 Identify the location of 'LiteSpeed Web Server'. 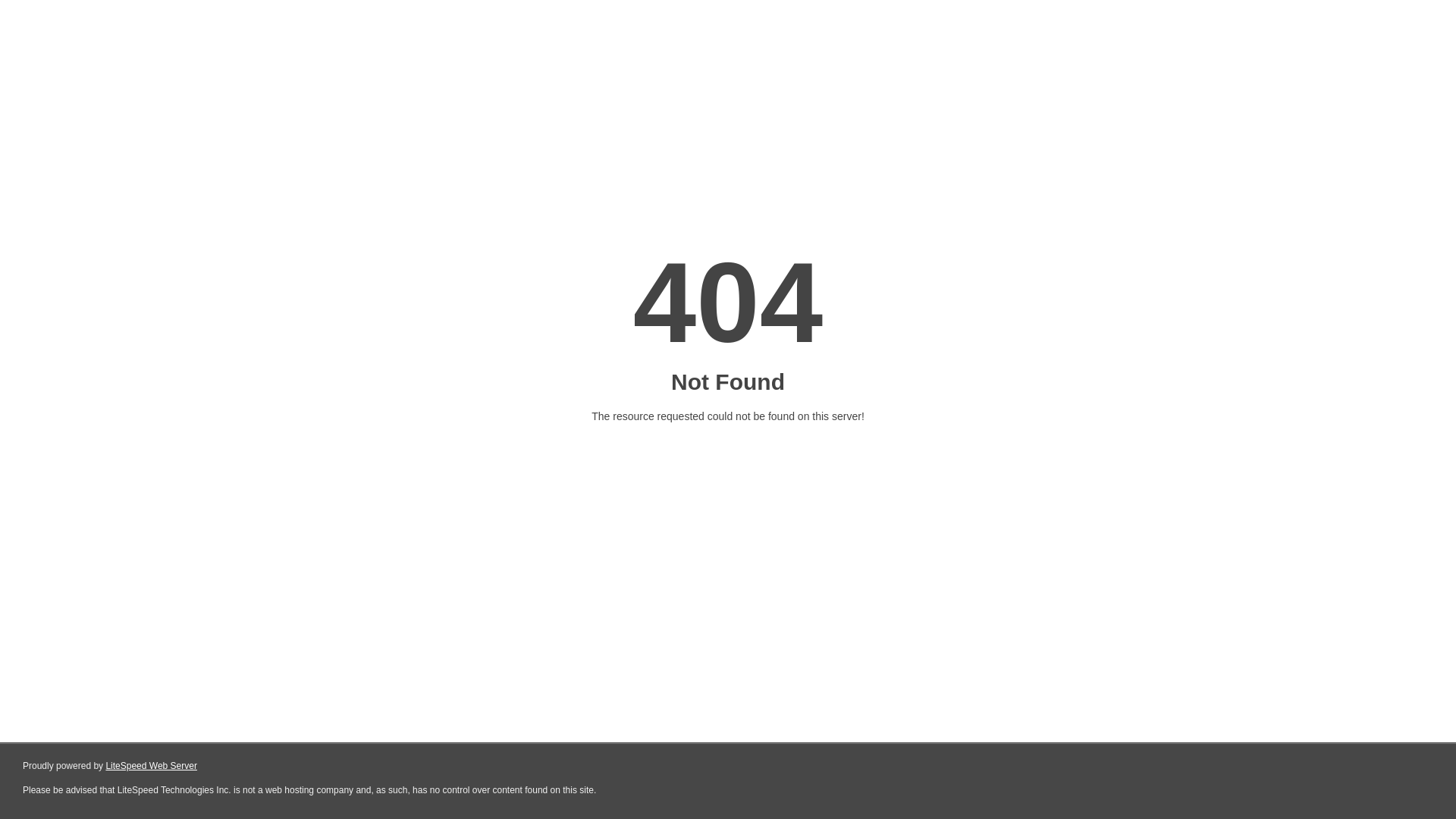
(151, 766).